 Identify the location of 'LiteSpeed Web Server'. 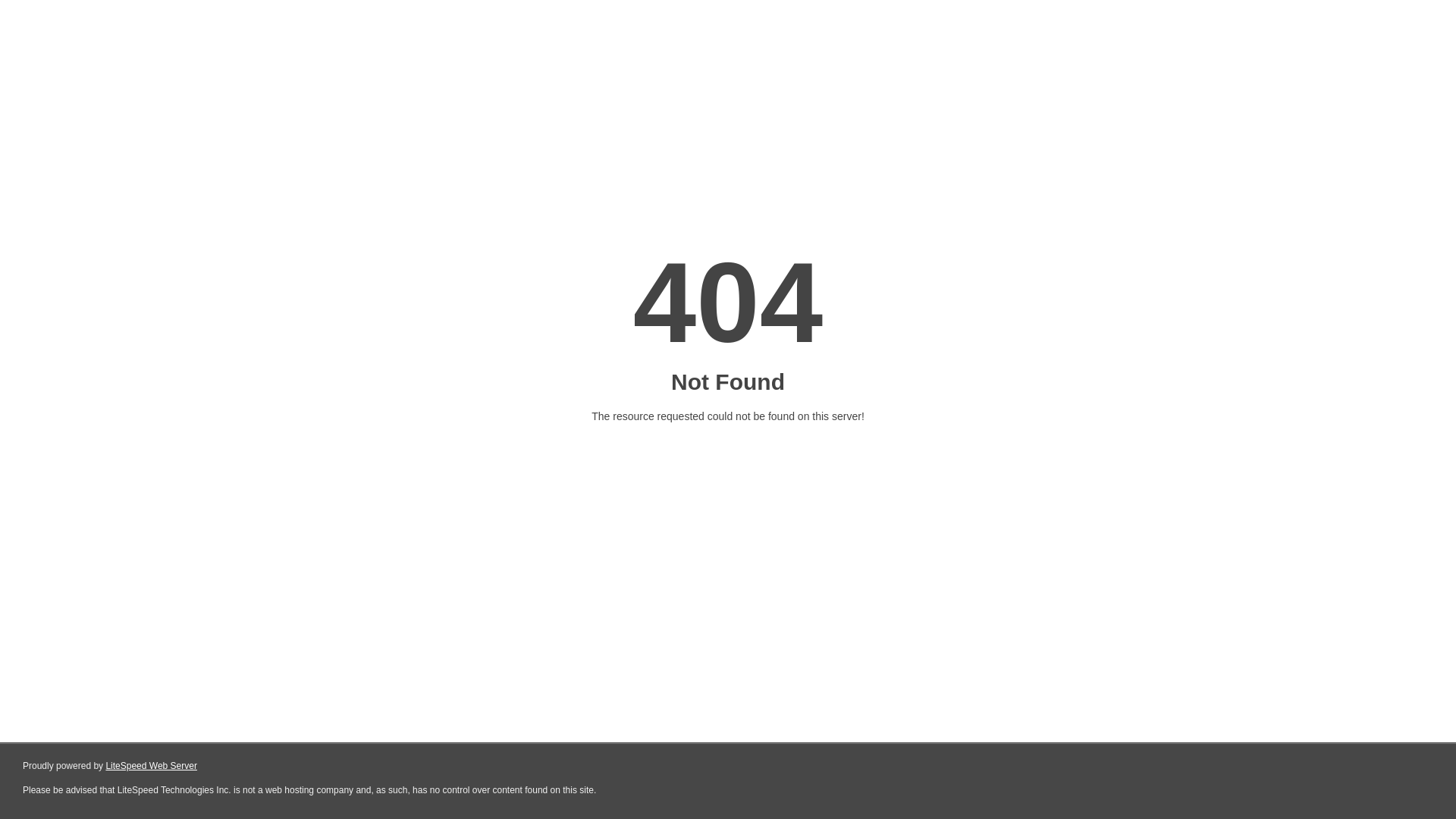
(151, 766).